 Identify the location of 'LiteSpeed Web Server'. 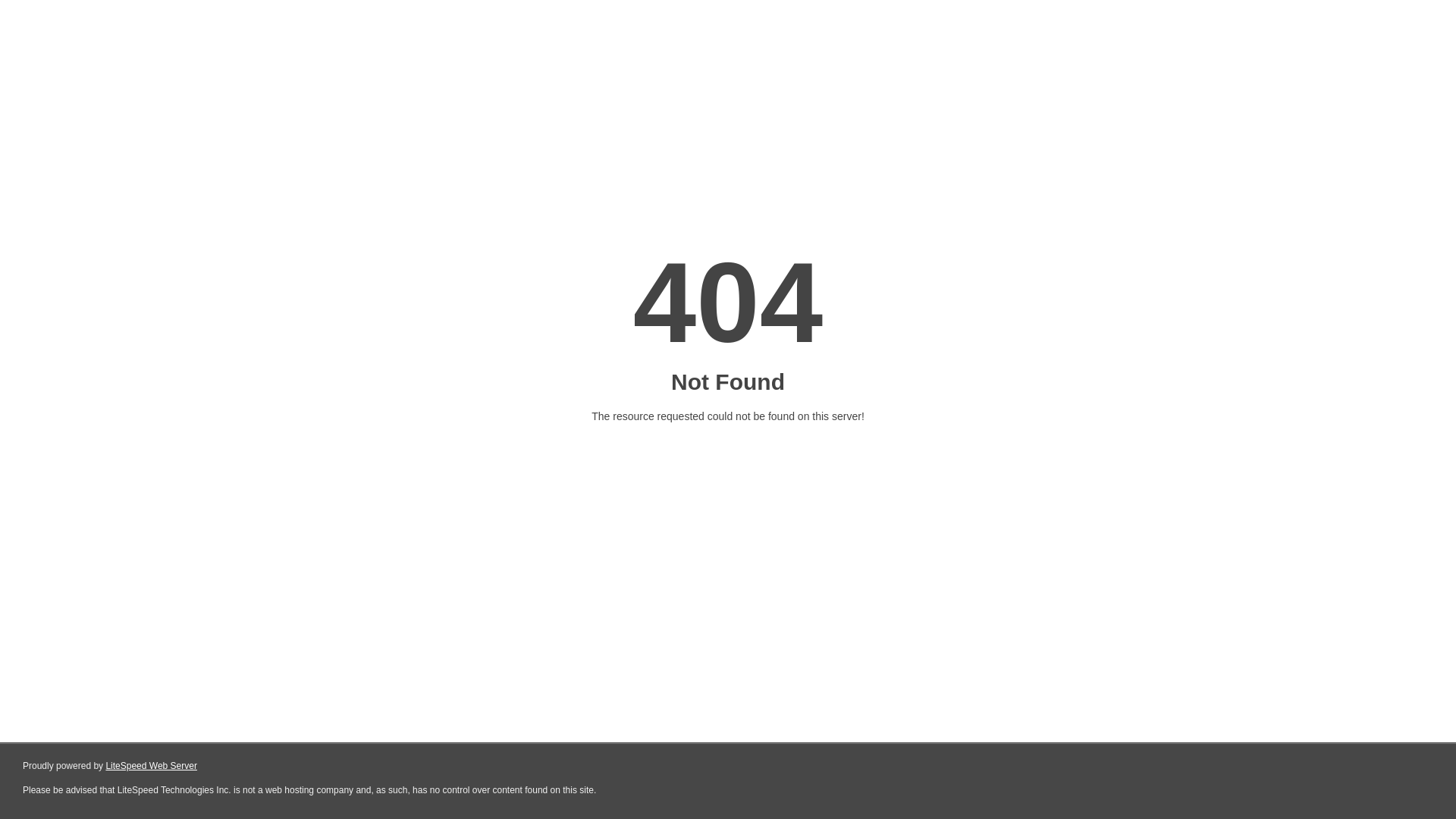
(151, 766).